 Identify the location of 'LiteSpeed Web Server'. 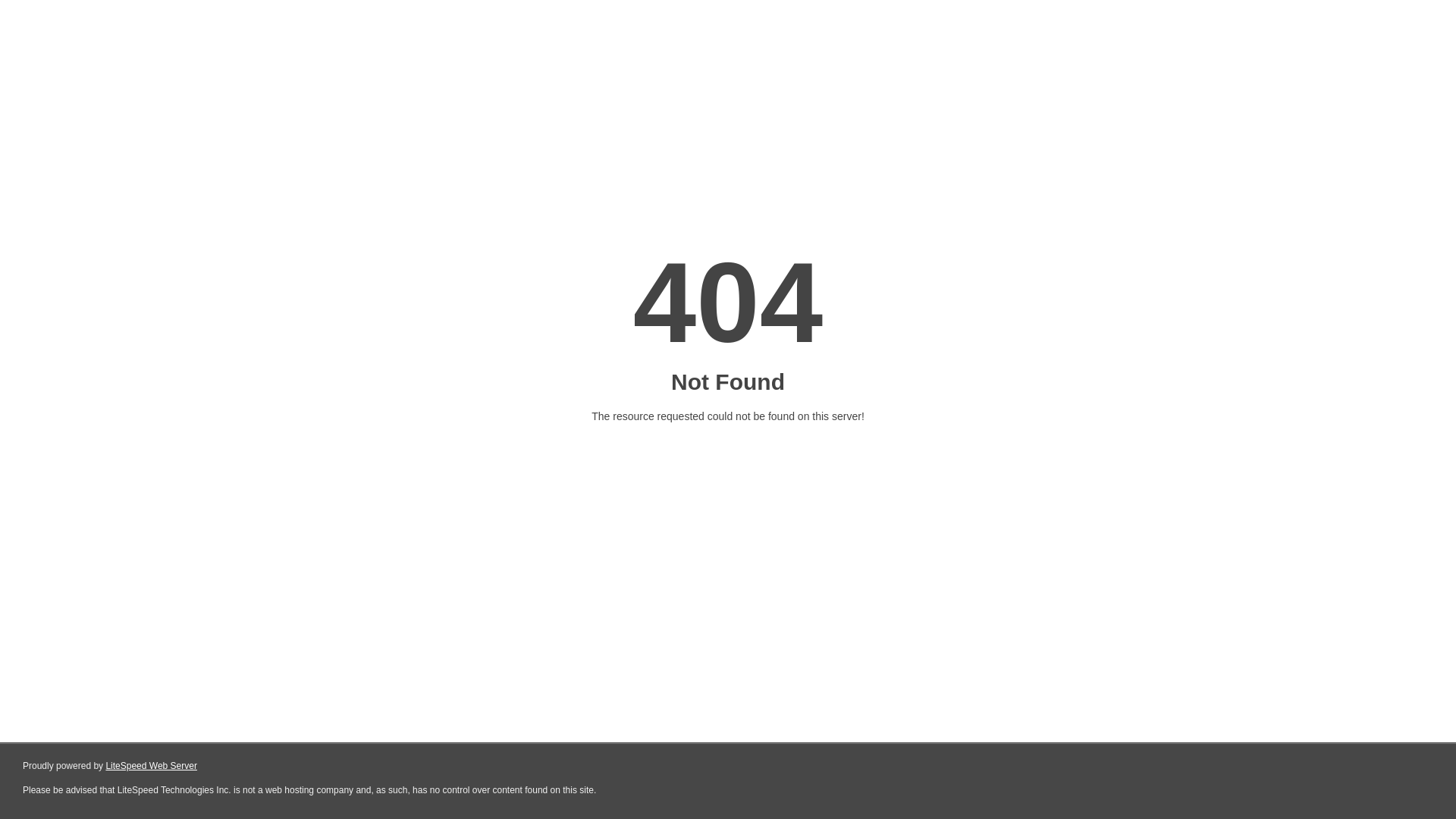
(151, 766).